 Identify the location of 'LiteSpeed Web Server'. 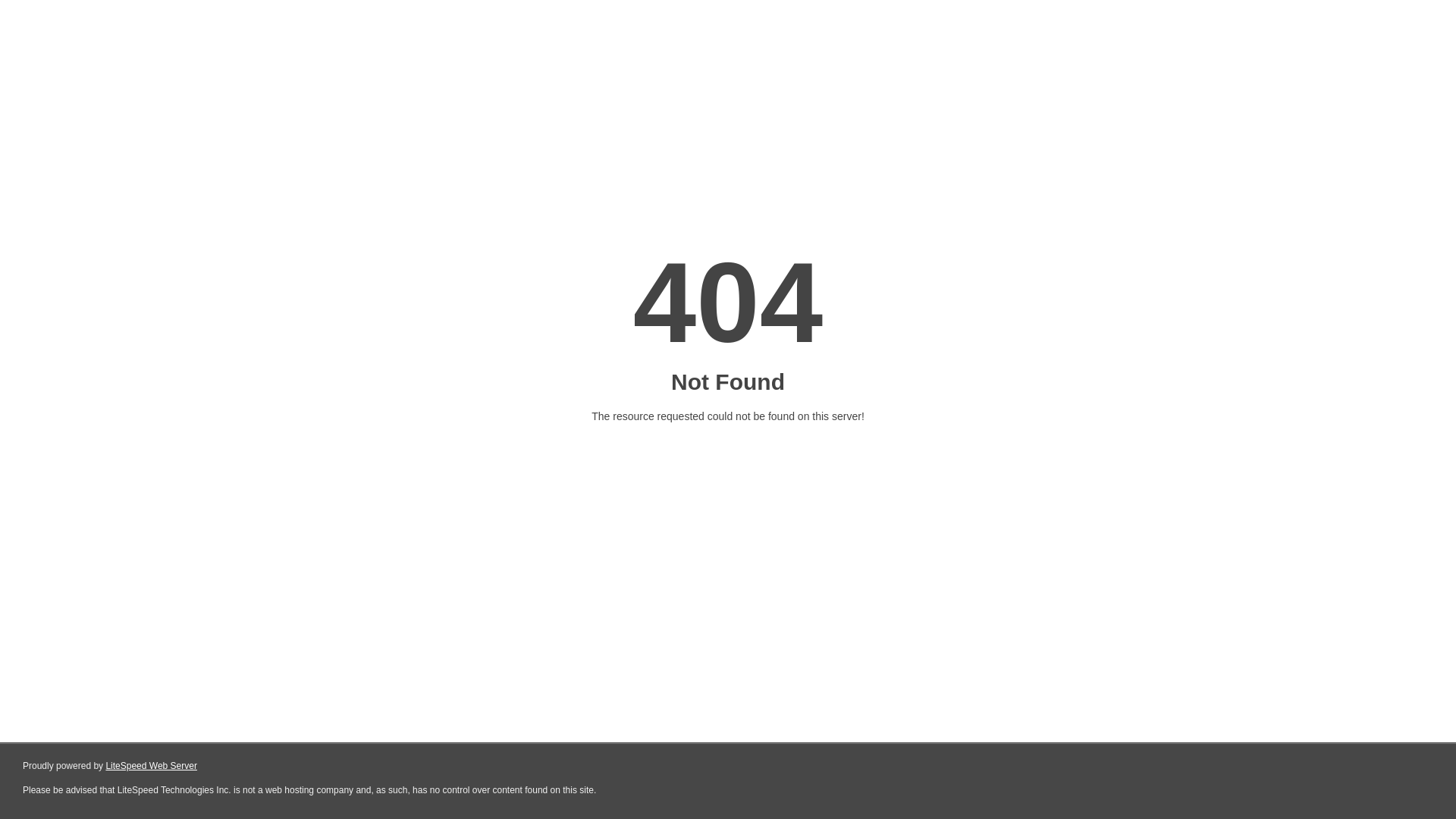
(151, 766).